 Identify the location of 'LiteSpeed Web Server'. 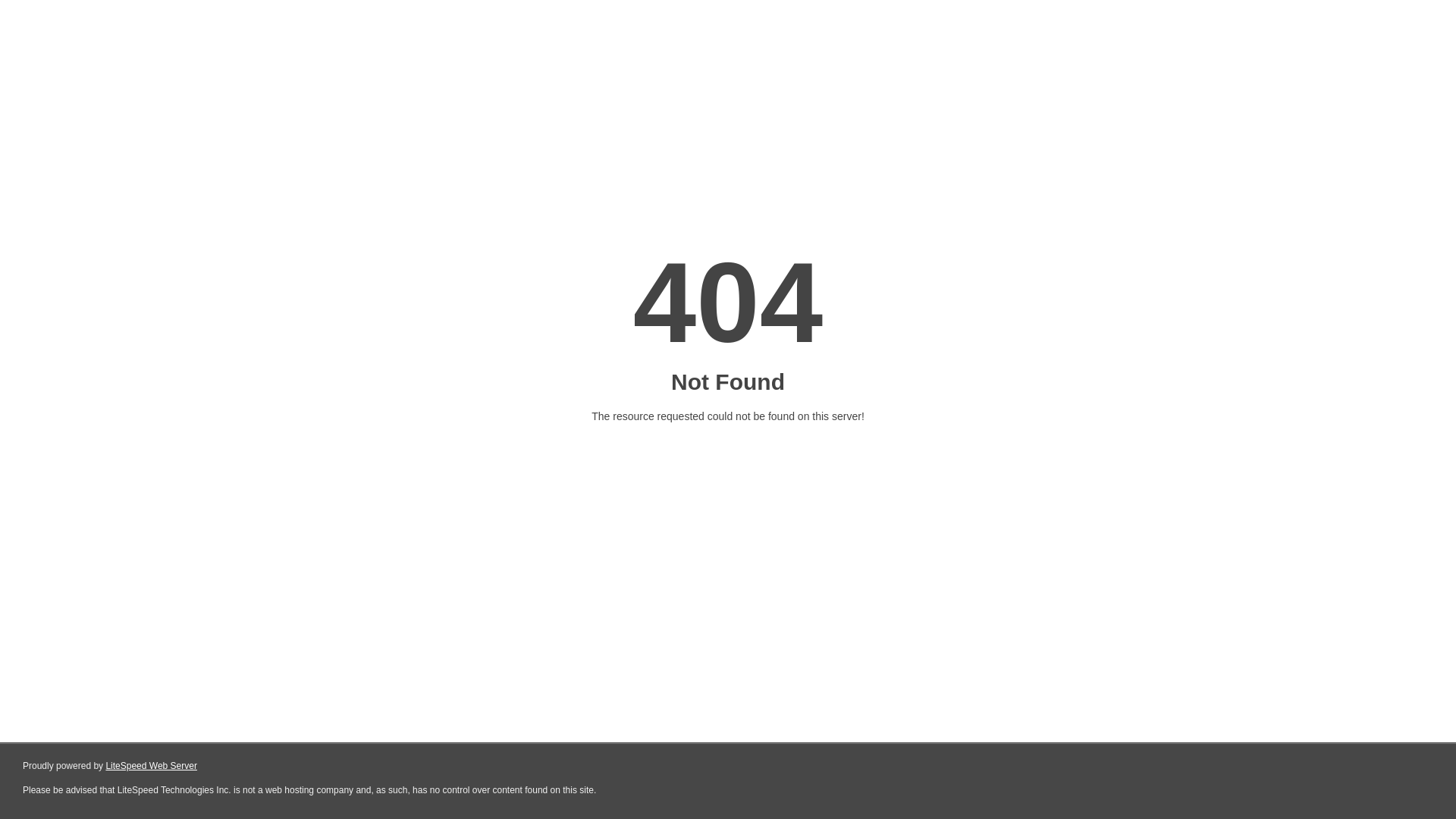
(151, 766).